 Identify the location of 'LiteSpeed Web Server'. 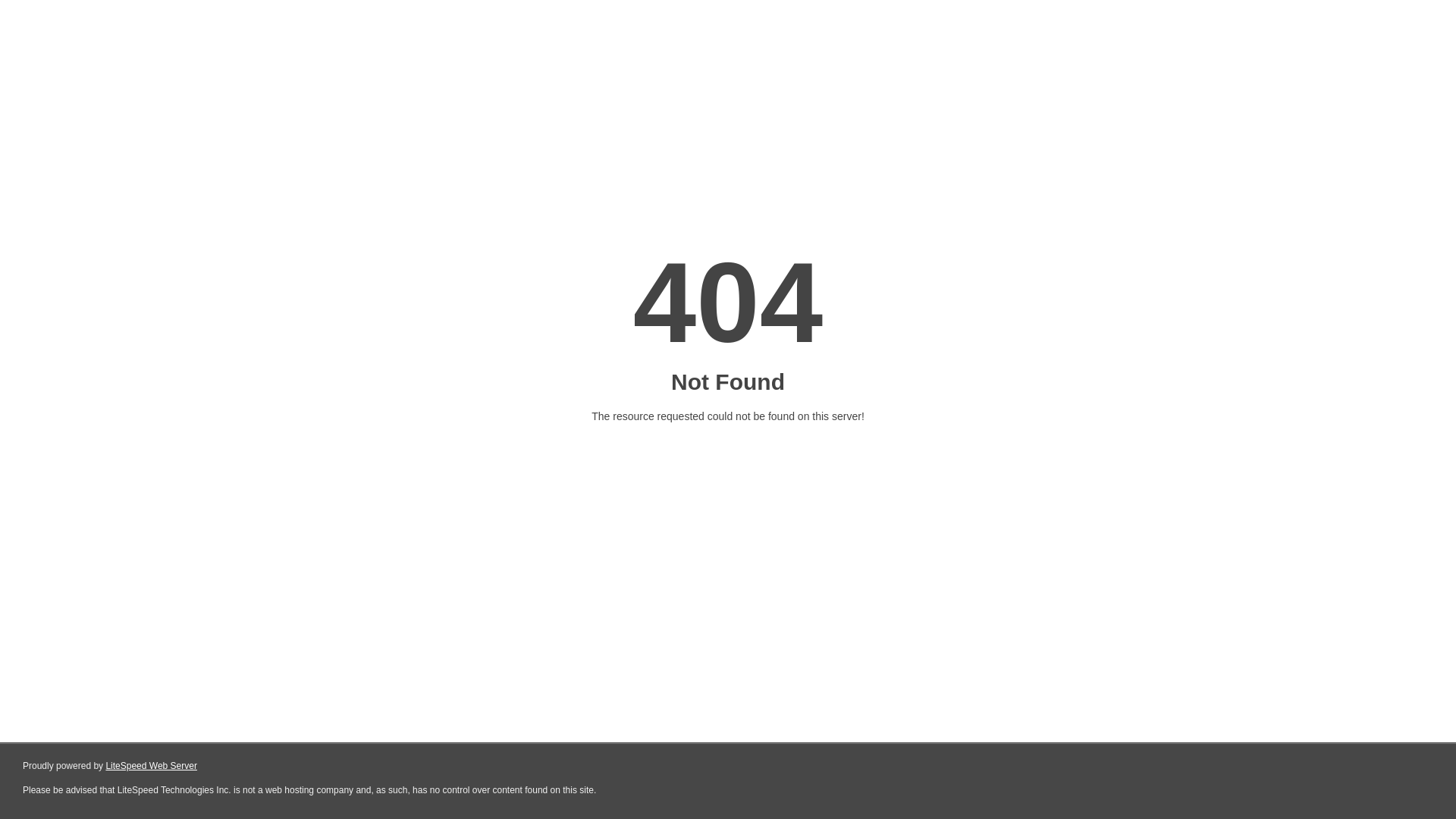
(151, 766).